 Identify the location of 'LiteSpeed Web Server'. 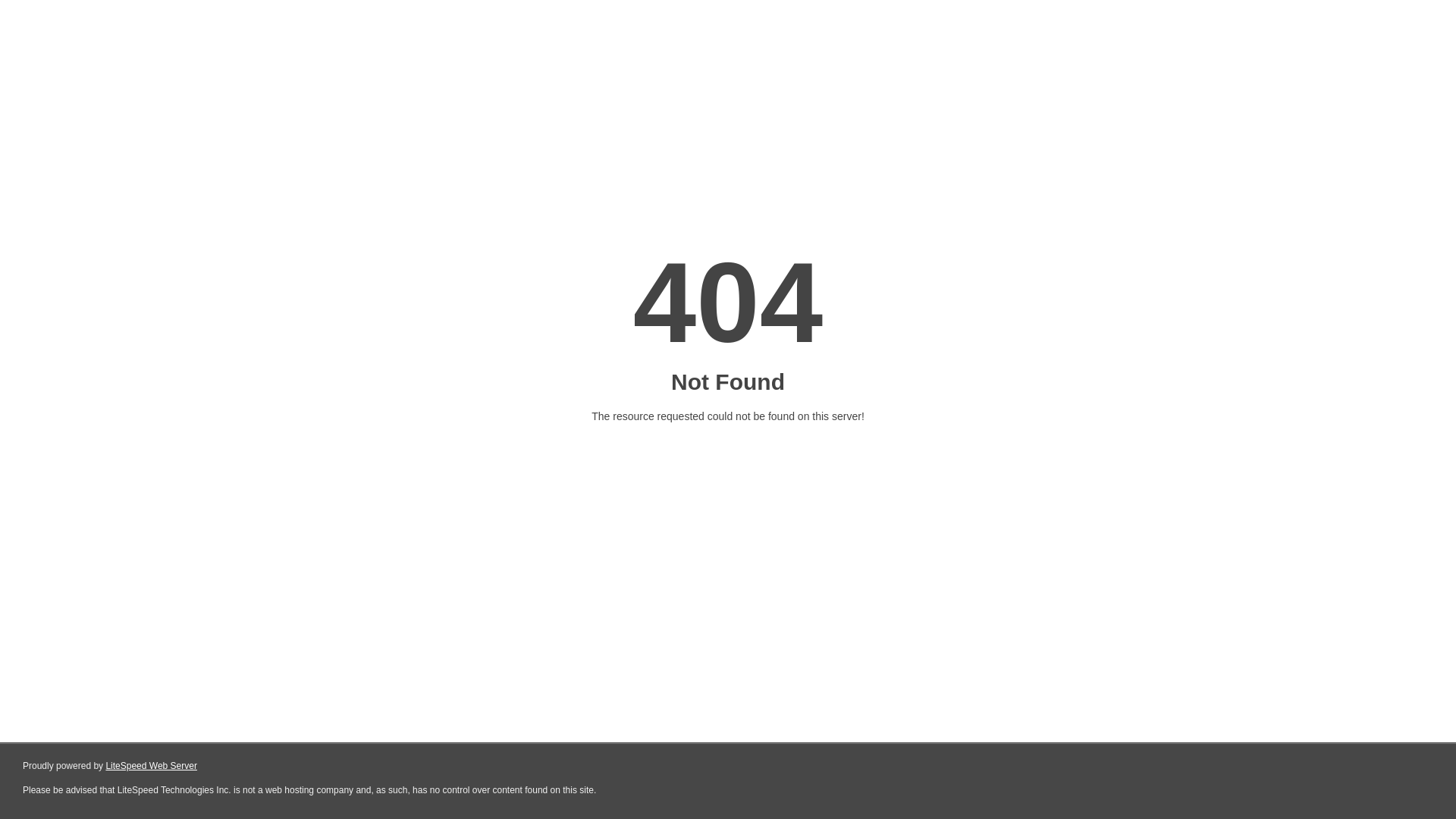
(151, 766).